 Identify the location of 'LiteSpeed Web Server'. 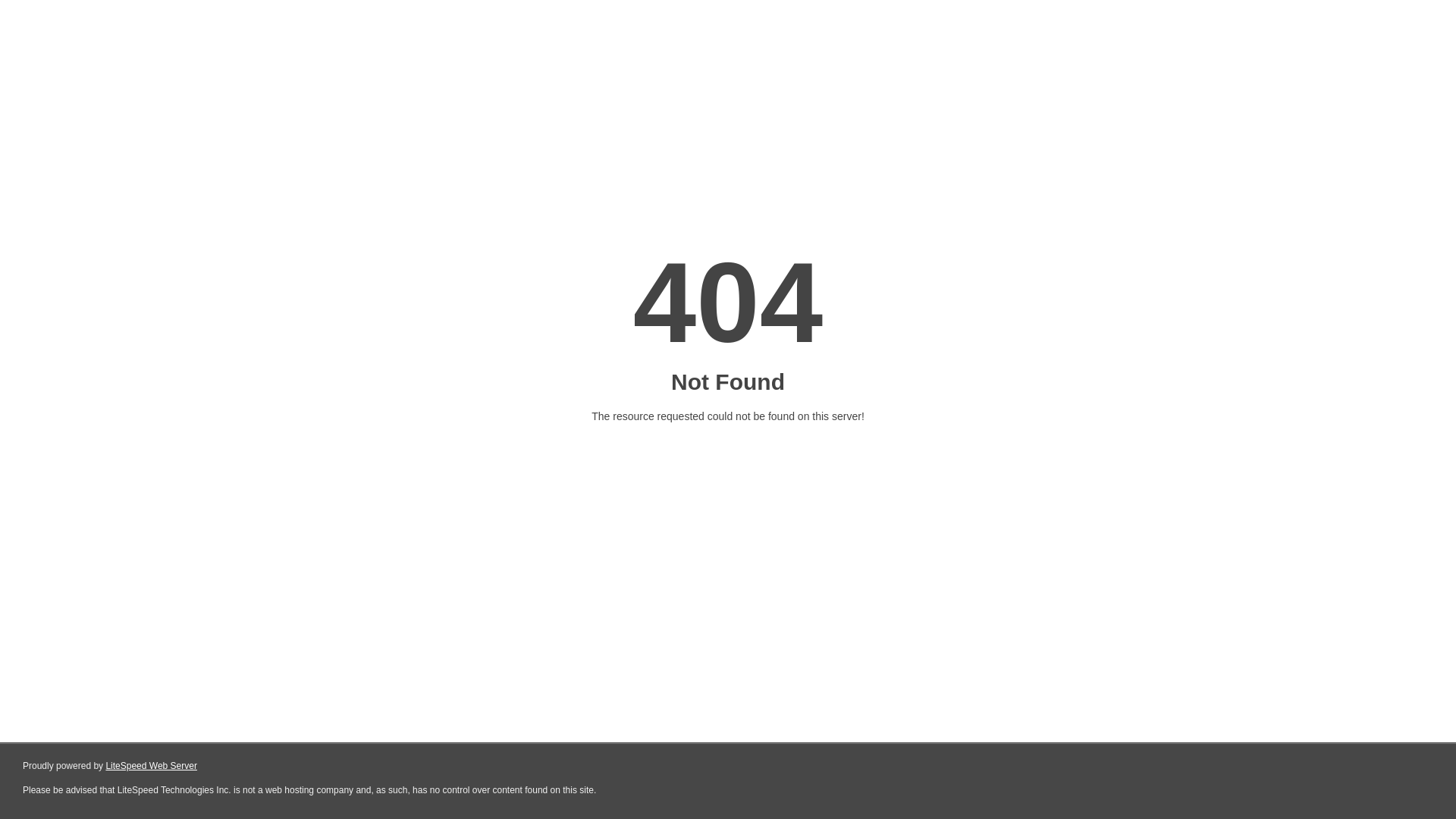
(151, 766).